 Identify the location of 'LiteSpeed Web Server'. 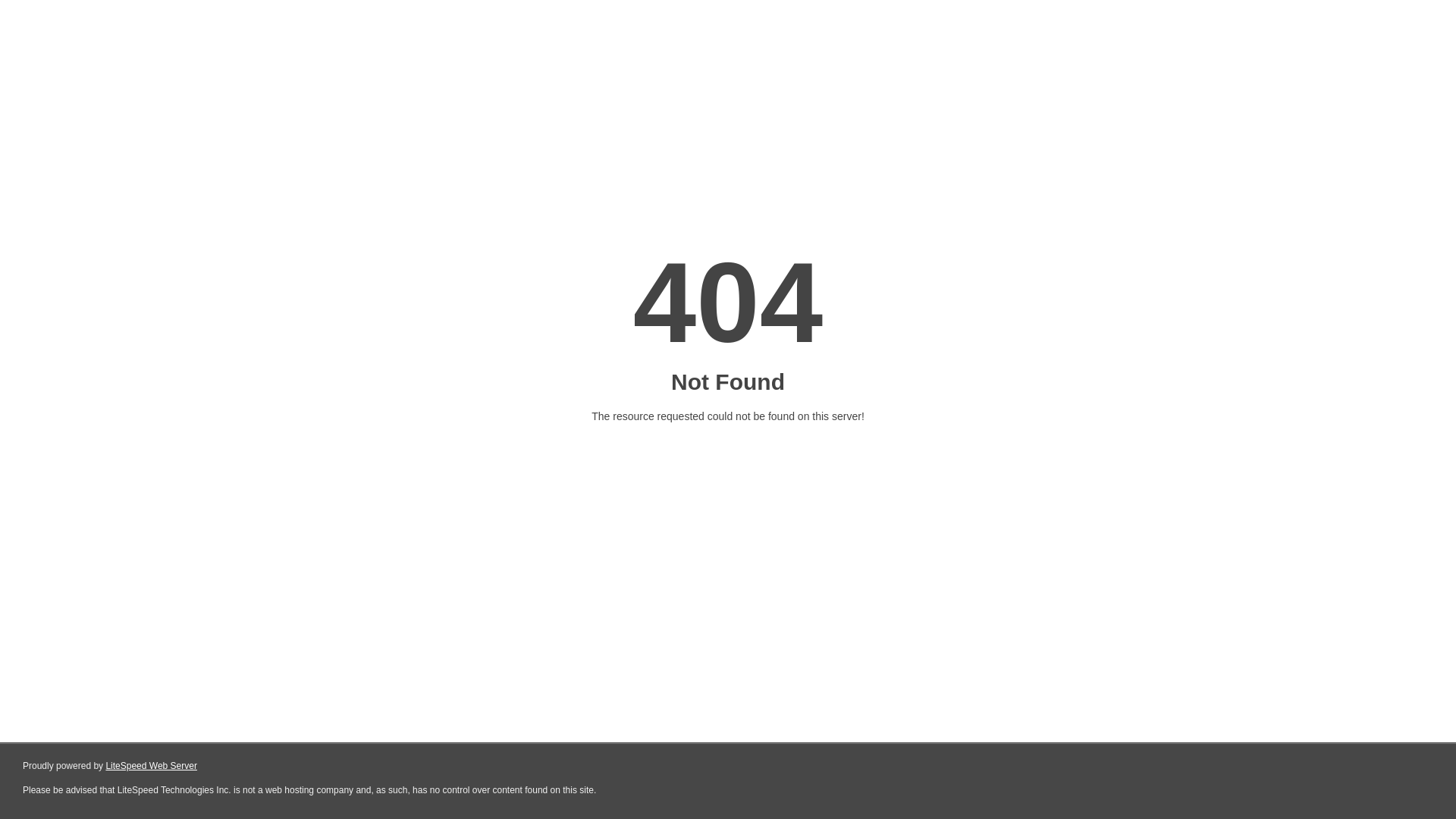
(151, 766).